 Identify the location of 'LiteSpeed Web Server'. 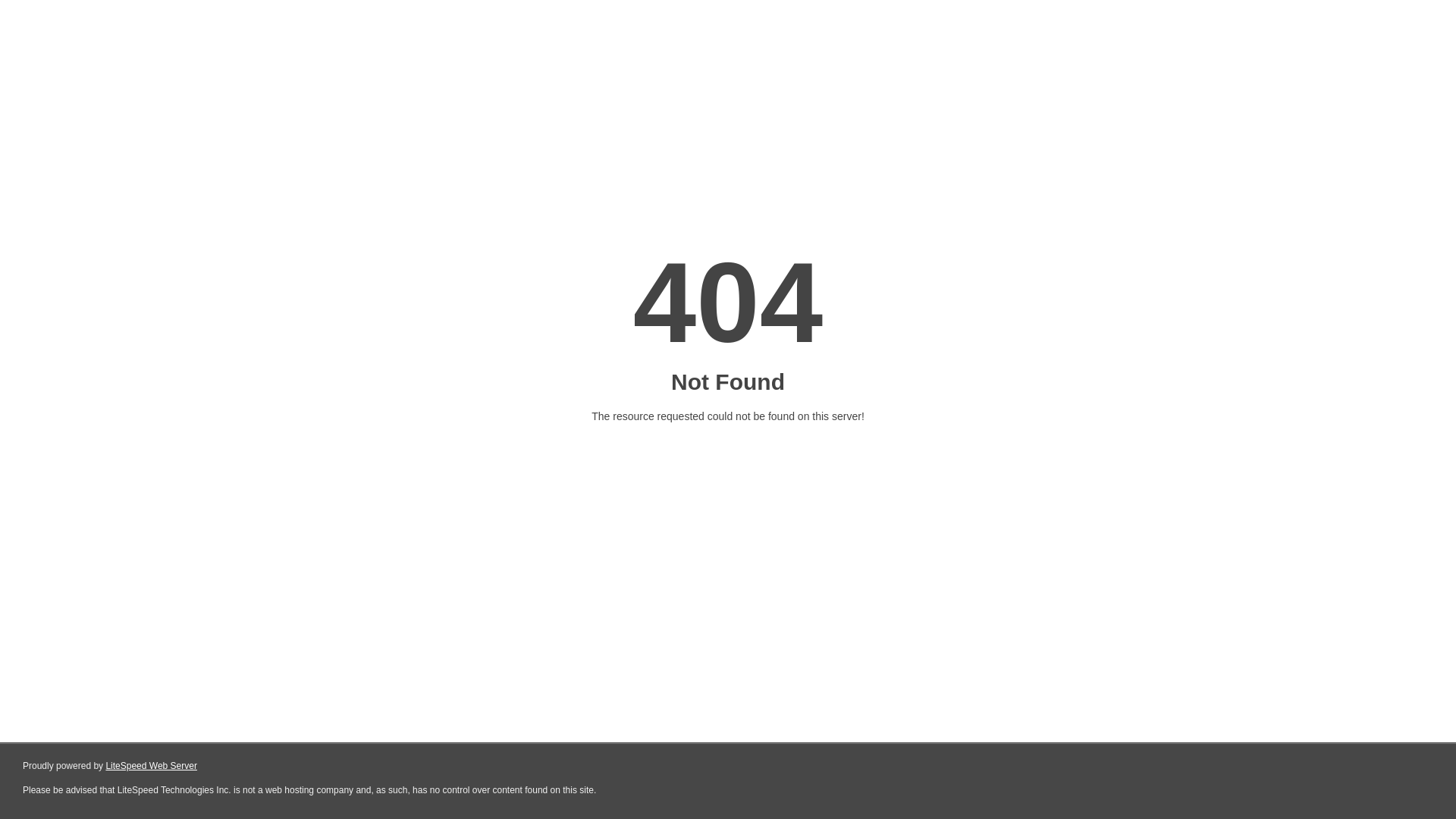
(151, 766).